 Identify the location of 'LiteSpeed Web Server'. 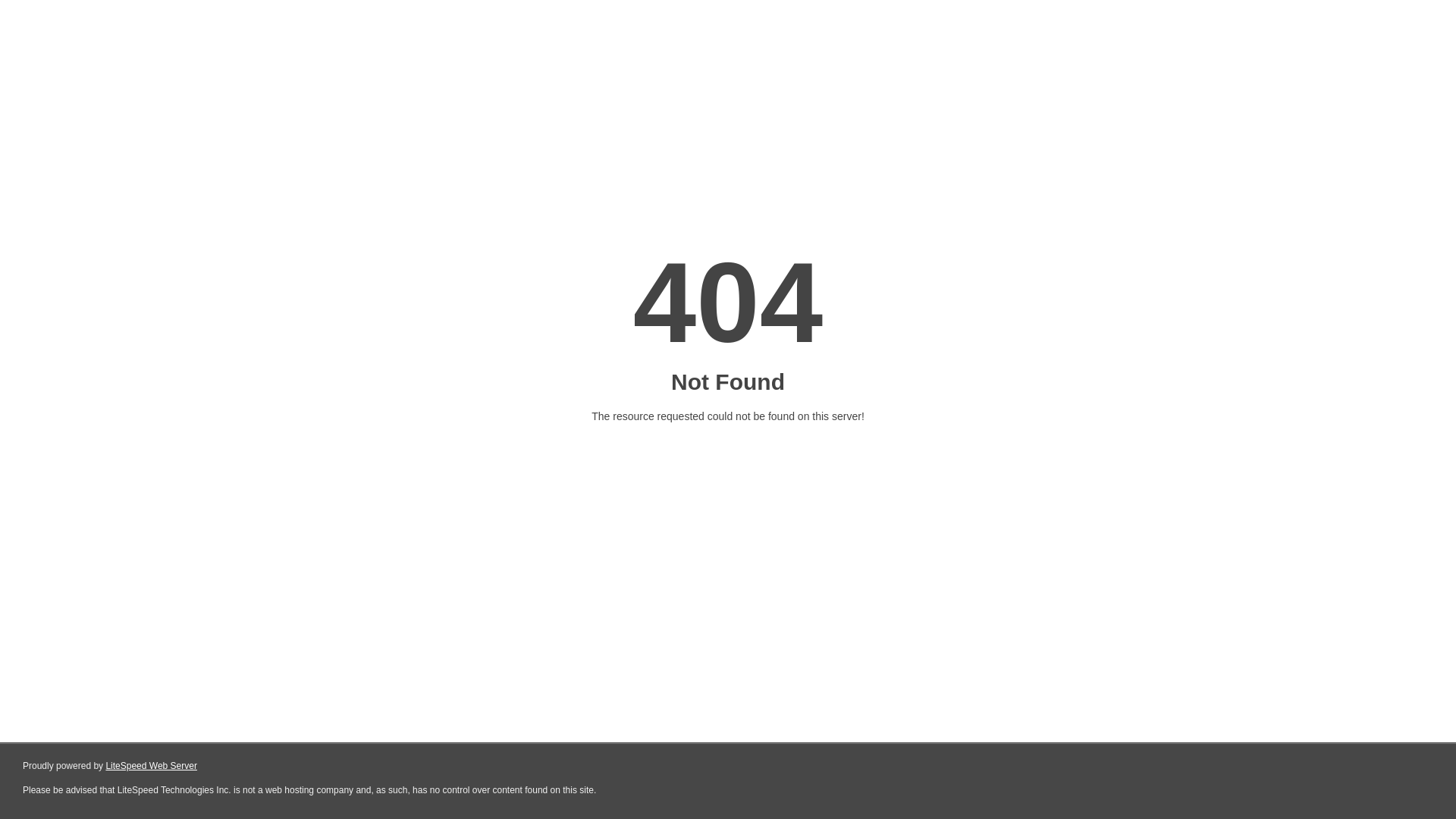
(151, 766).